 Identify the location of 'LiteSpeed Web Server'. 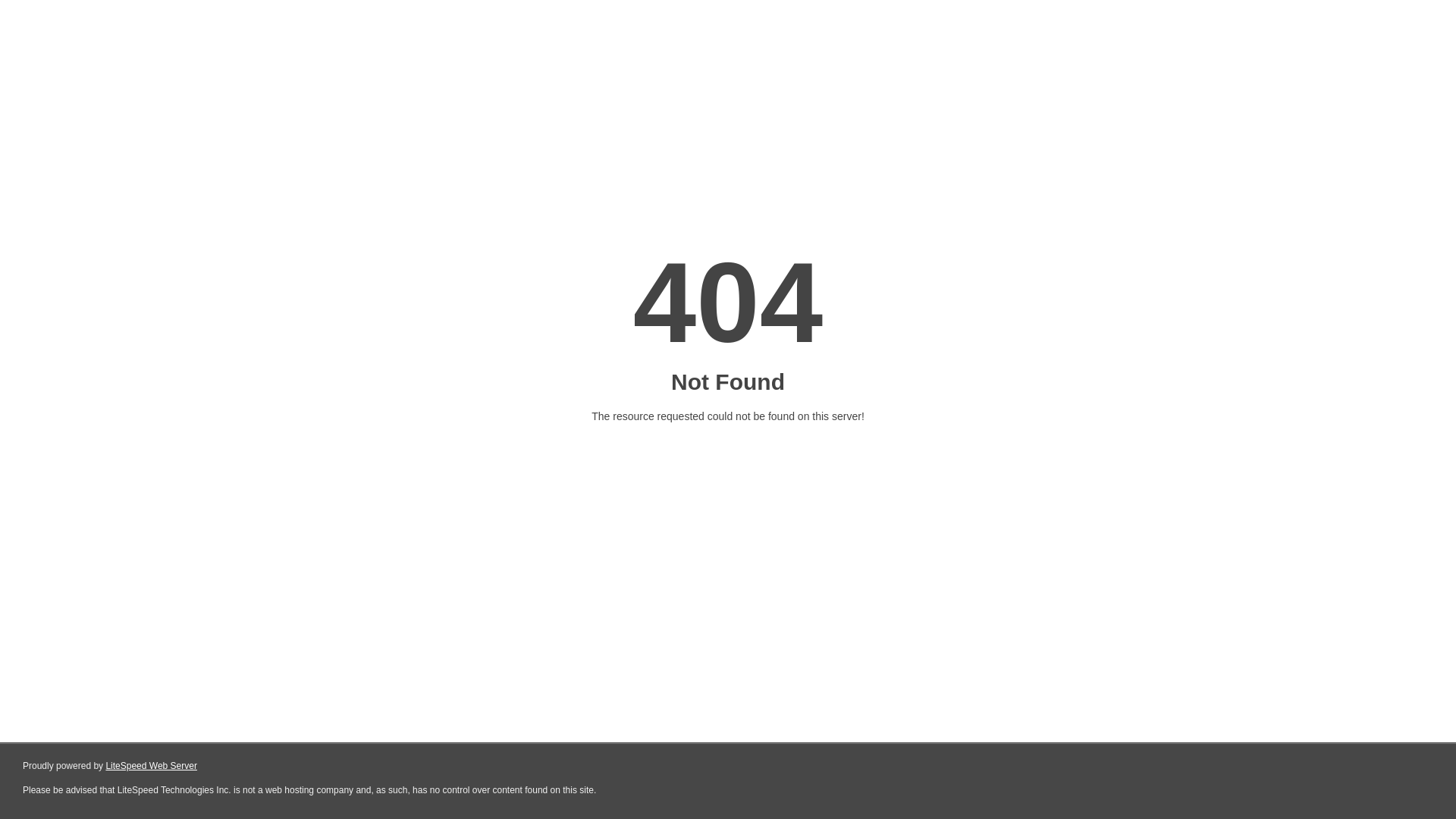
(151, 766).